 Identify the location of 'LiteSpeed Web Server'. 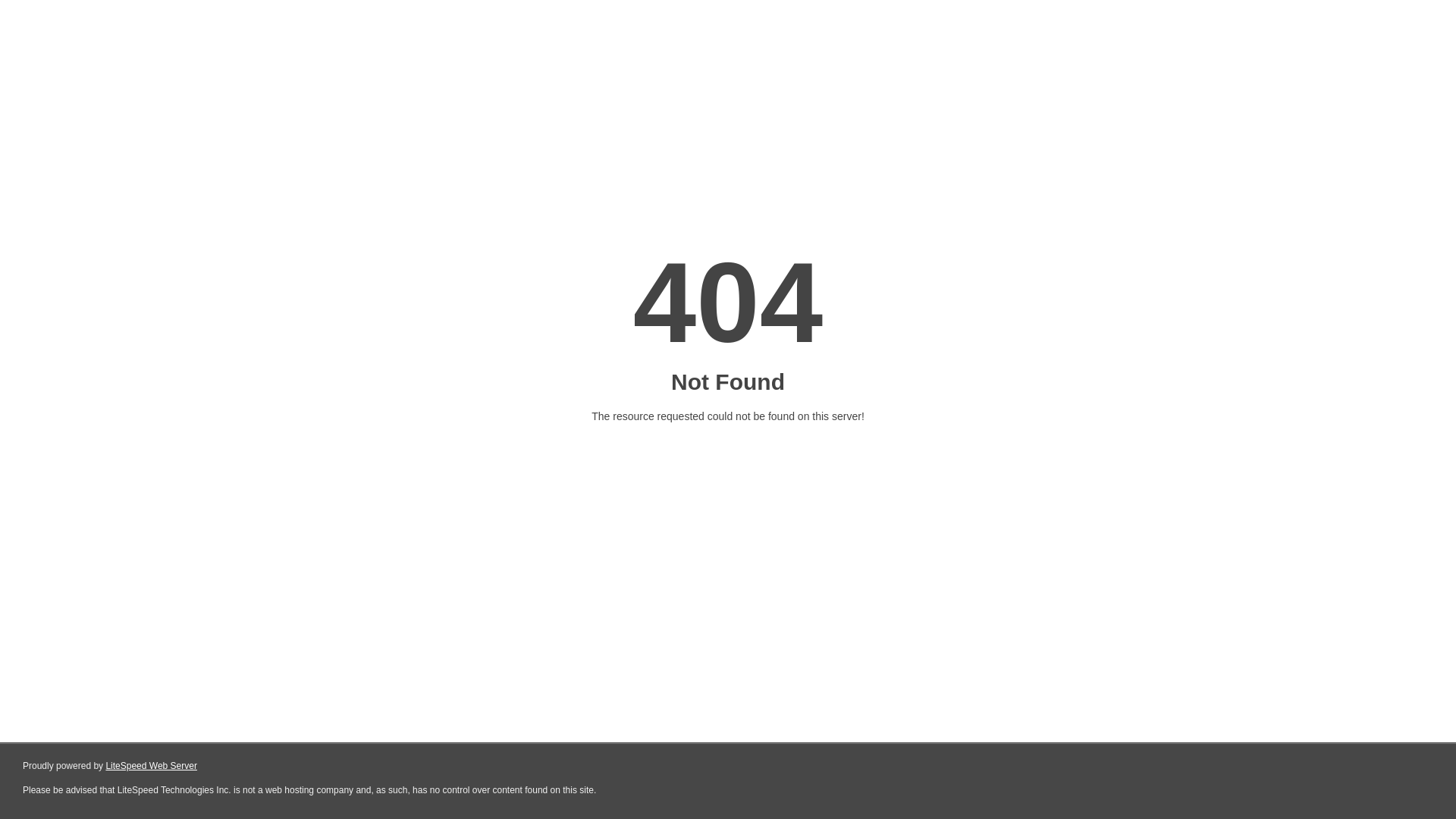
(151, 766).